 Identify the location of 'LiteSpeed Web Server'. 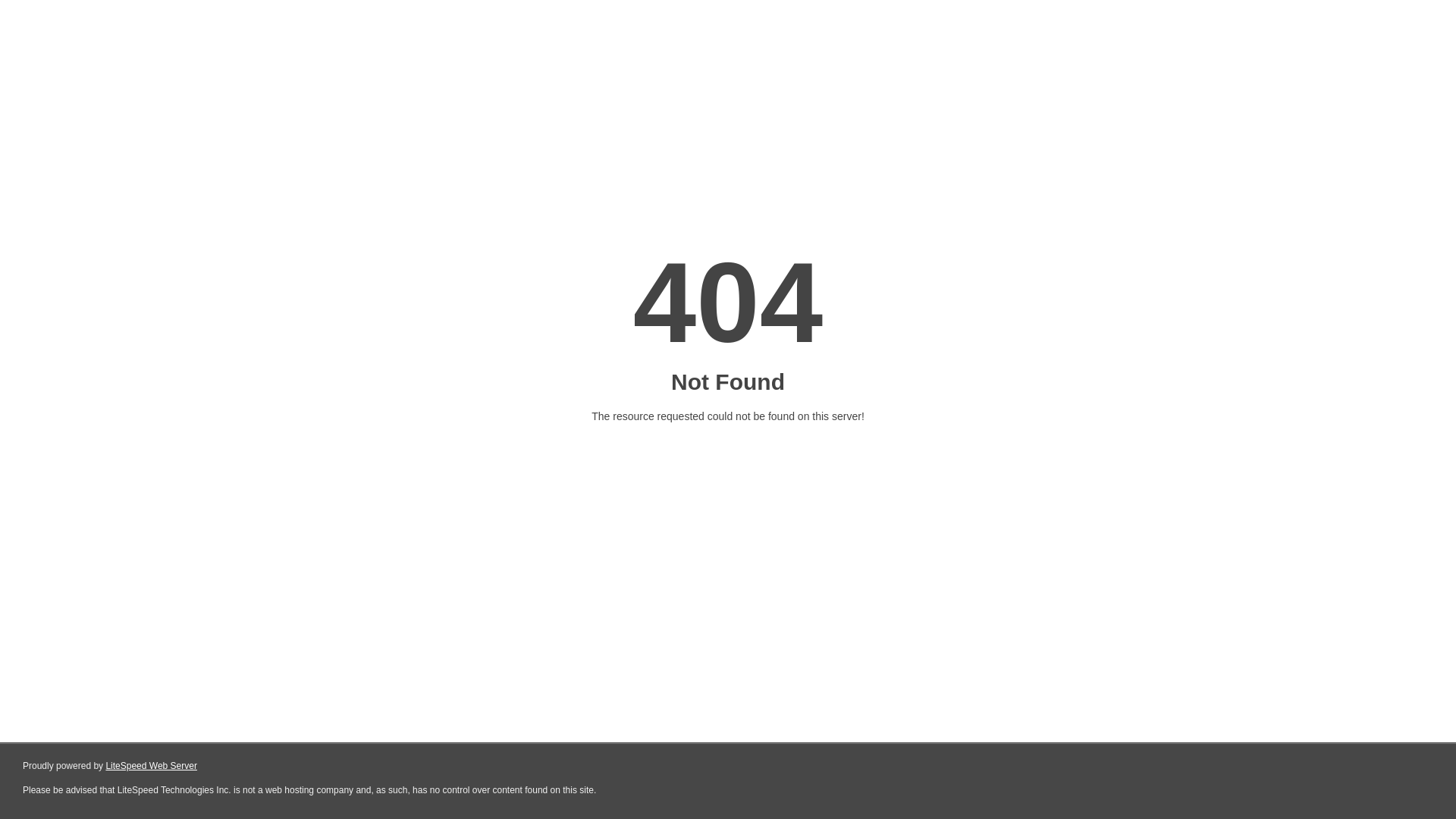
(151, 766).